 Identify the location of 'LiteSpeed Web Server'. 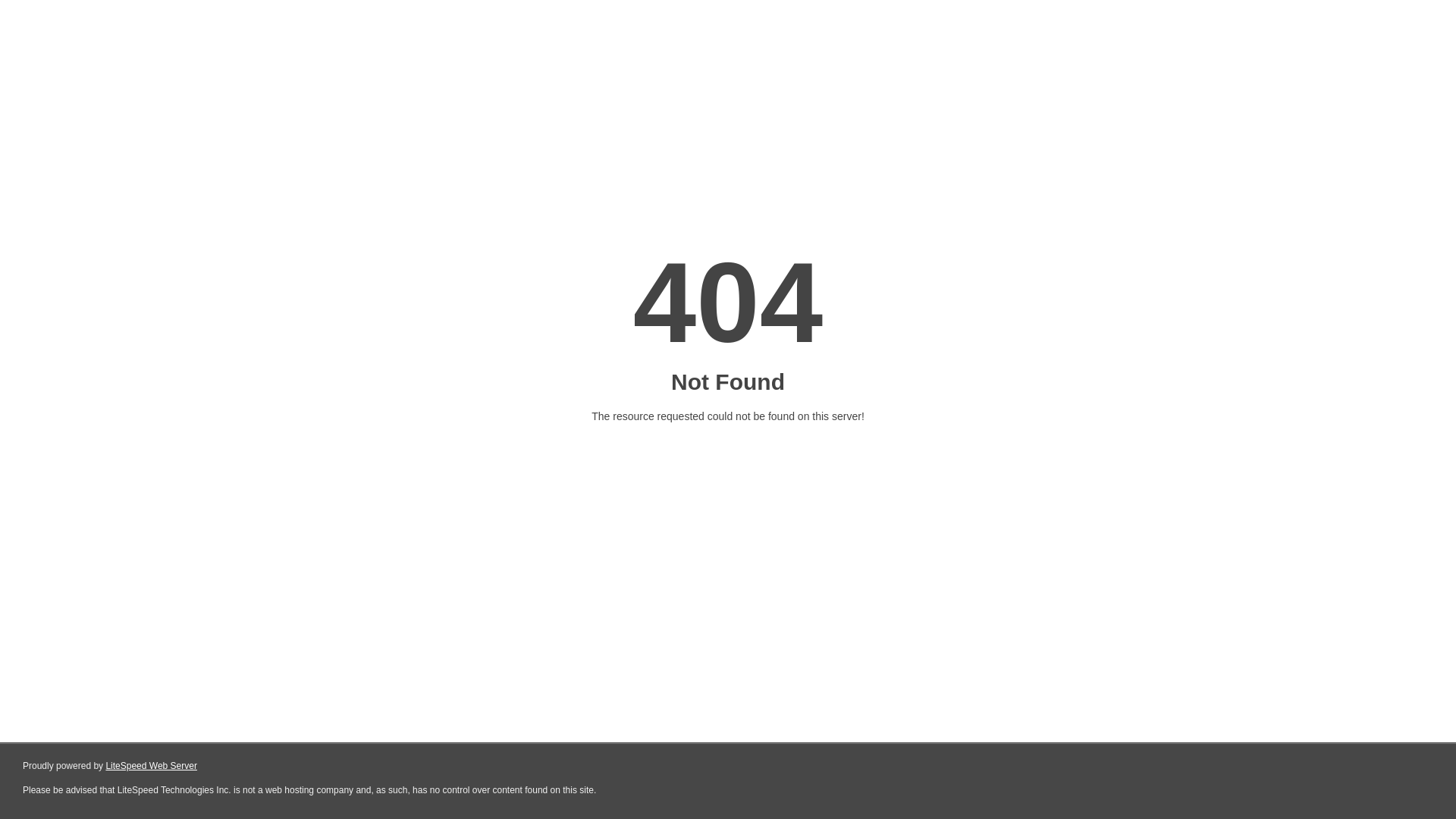
(151, 766).